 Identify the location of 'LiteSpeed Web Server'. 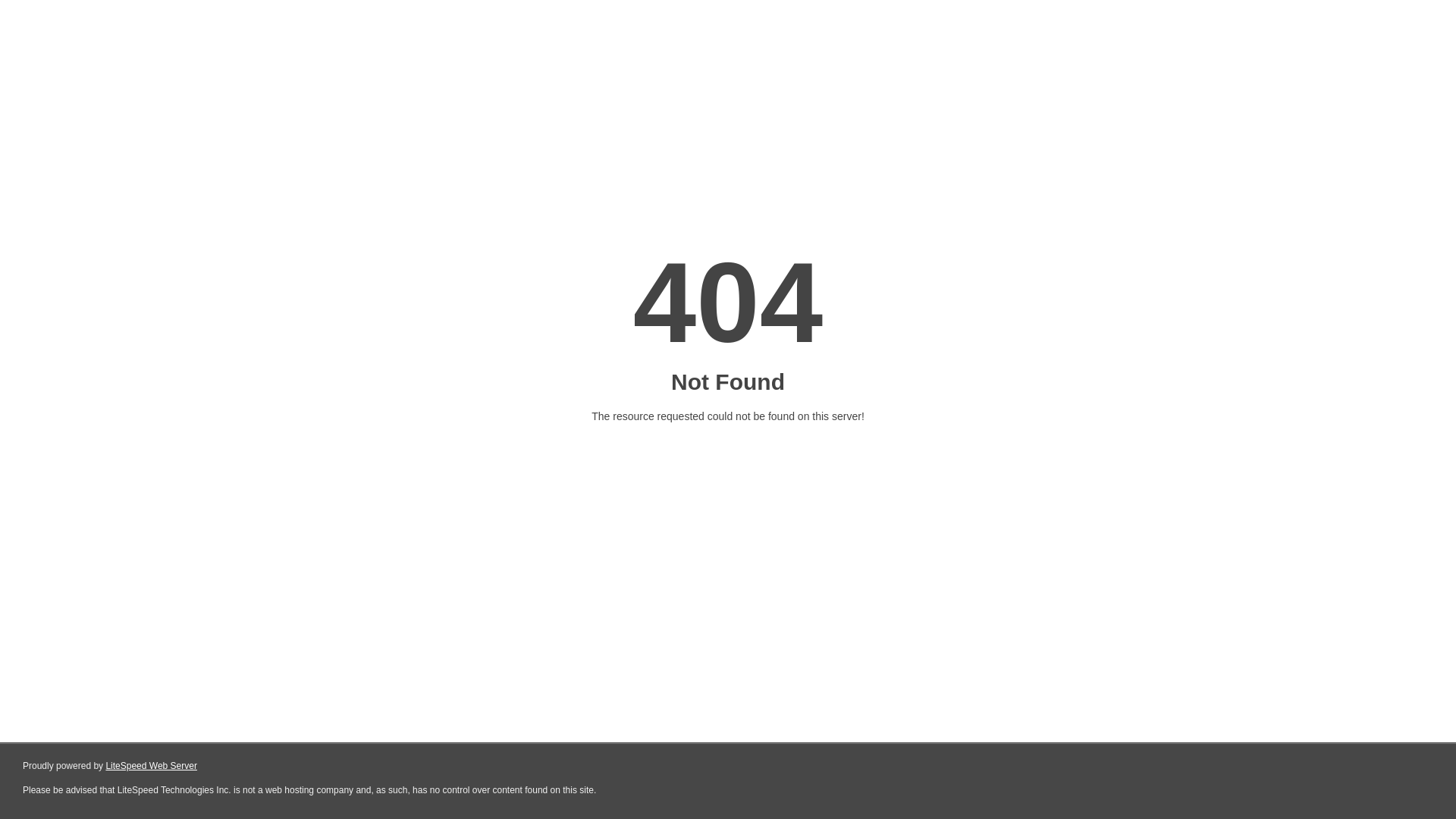
(151, 766).